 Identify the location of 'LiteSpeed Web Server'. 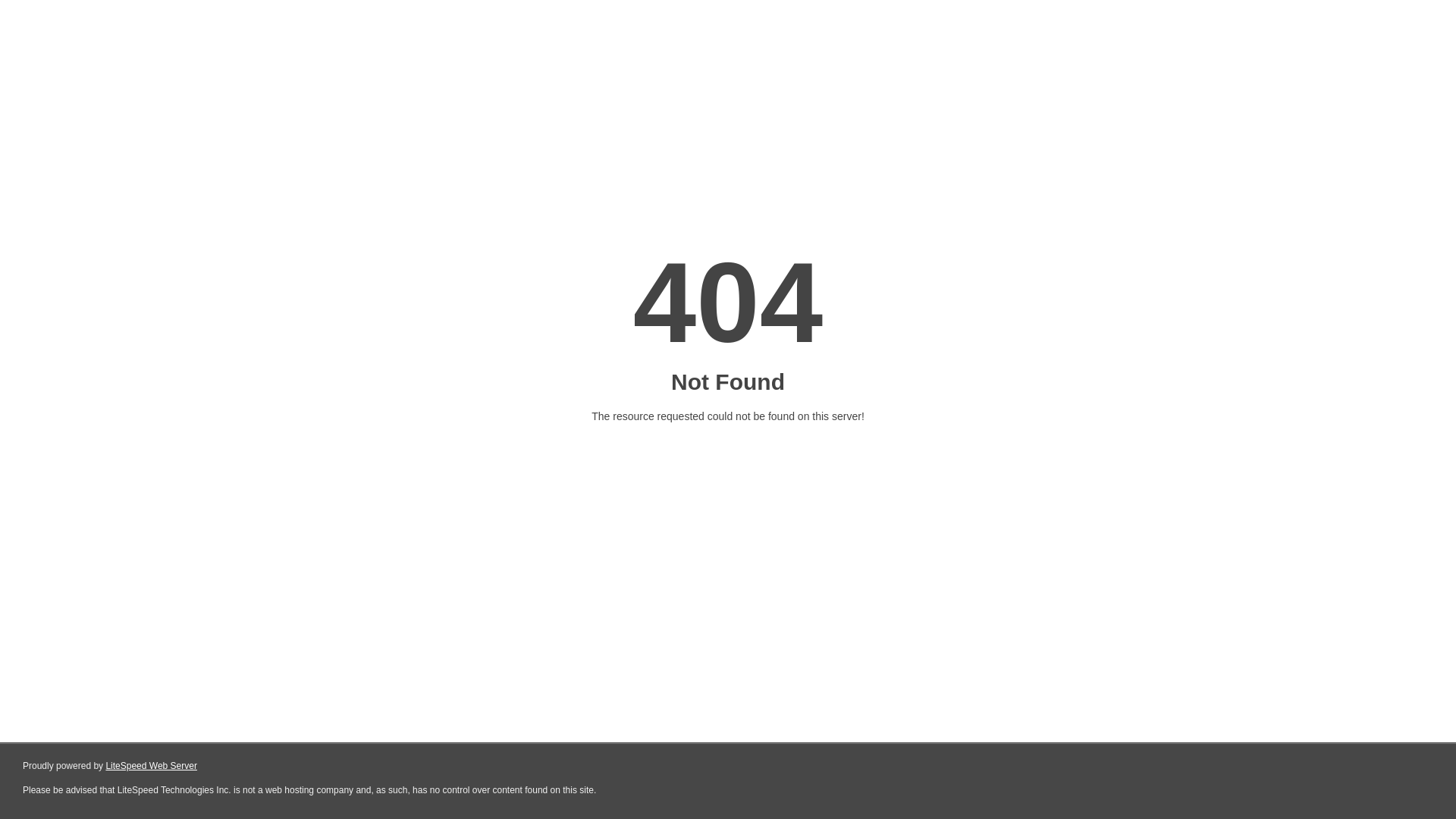
(151, 766).